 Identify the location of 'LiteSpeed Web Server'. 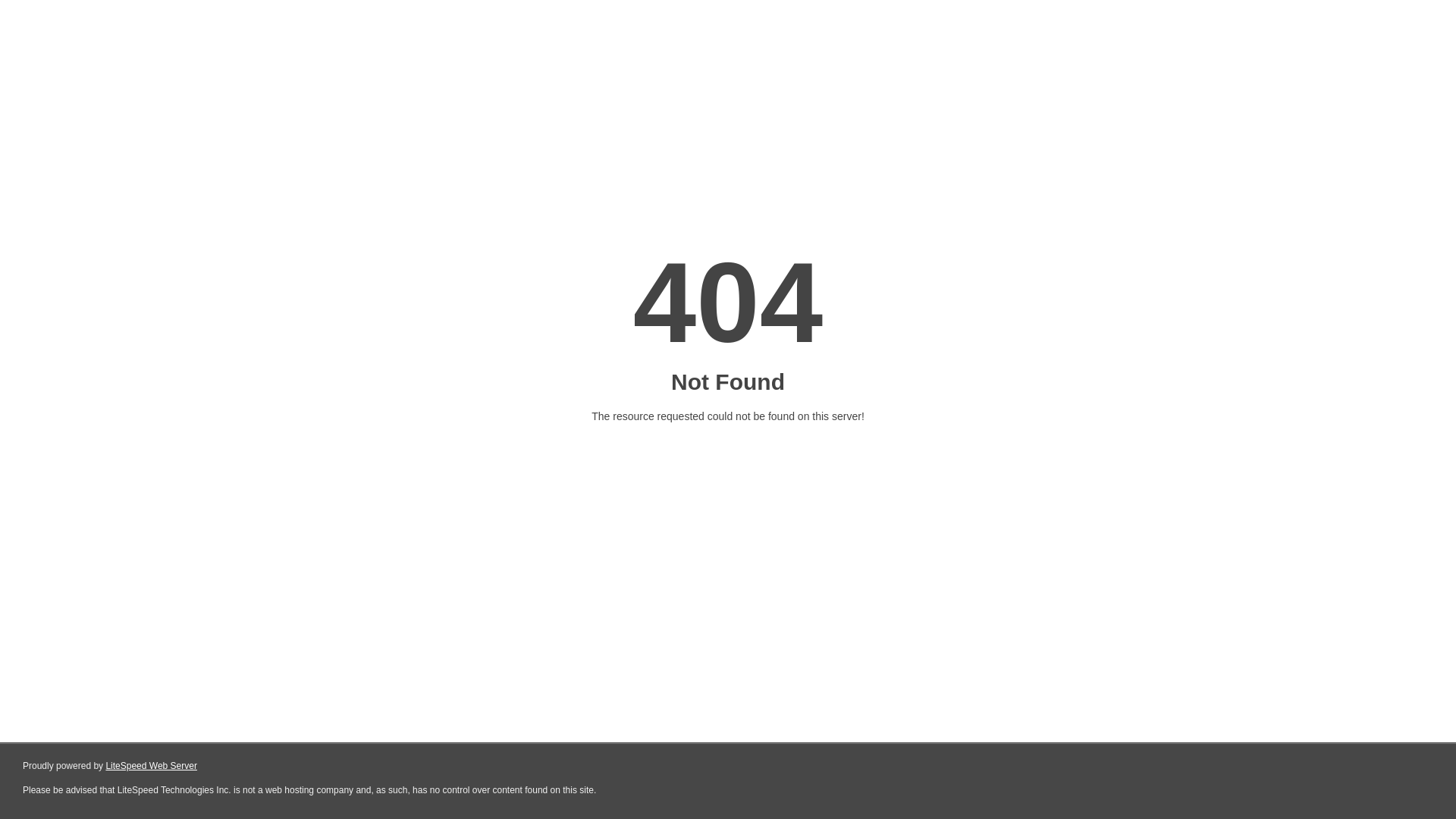
(151, 766).